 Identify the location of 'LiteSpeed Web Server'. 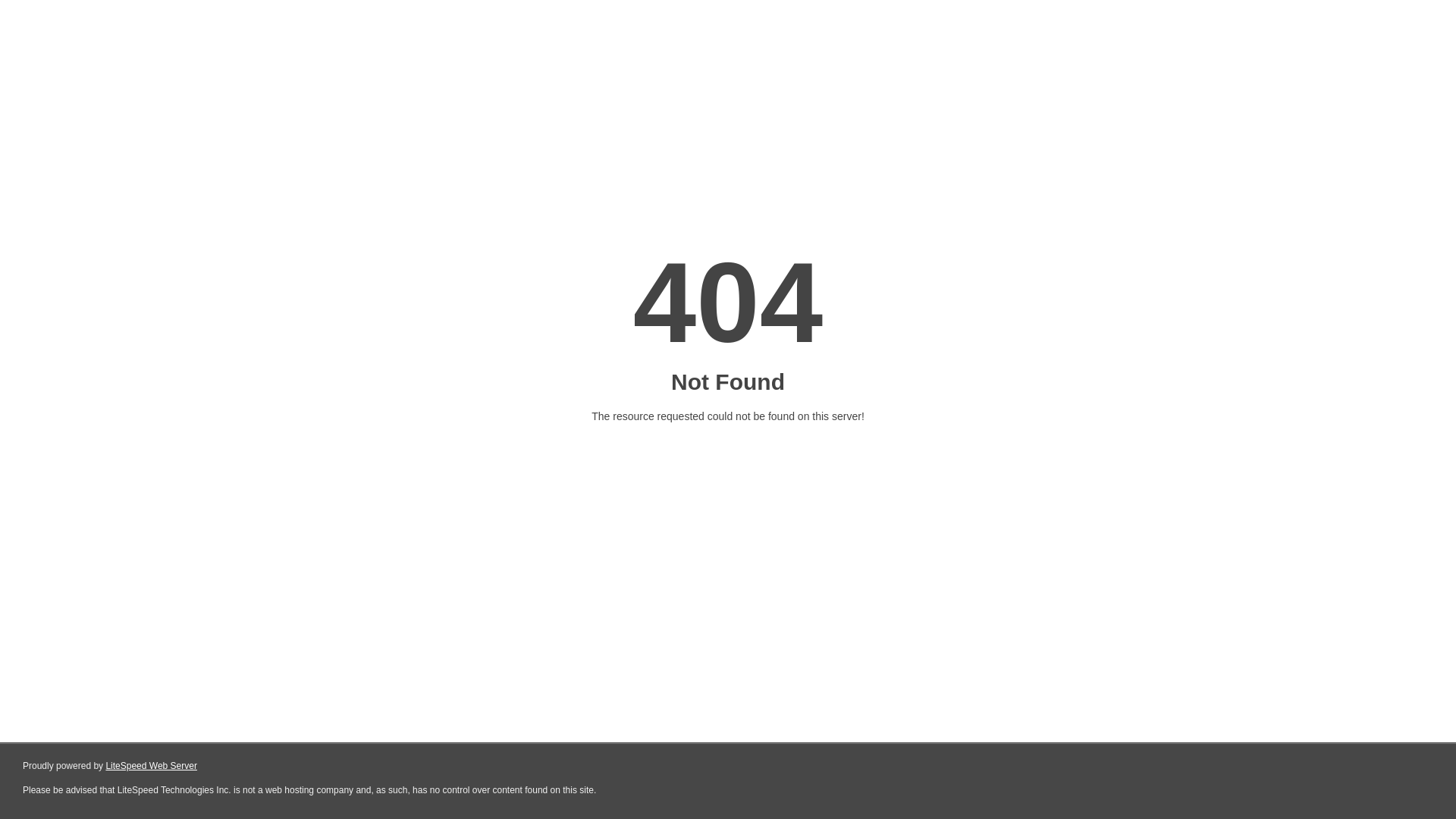
(151, 766).